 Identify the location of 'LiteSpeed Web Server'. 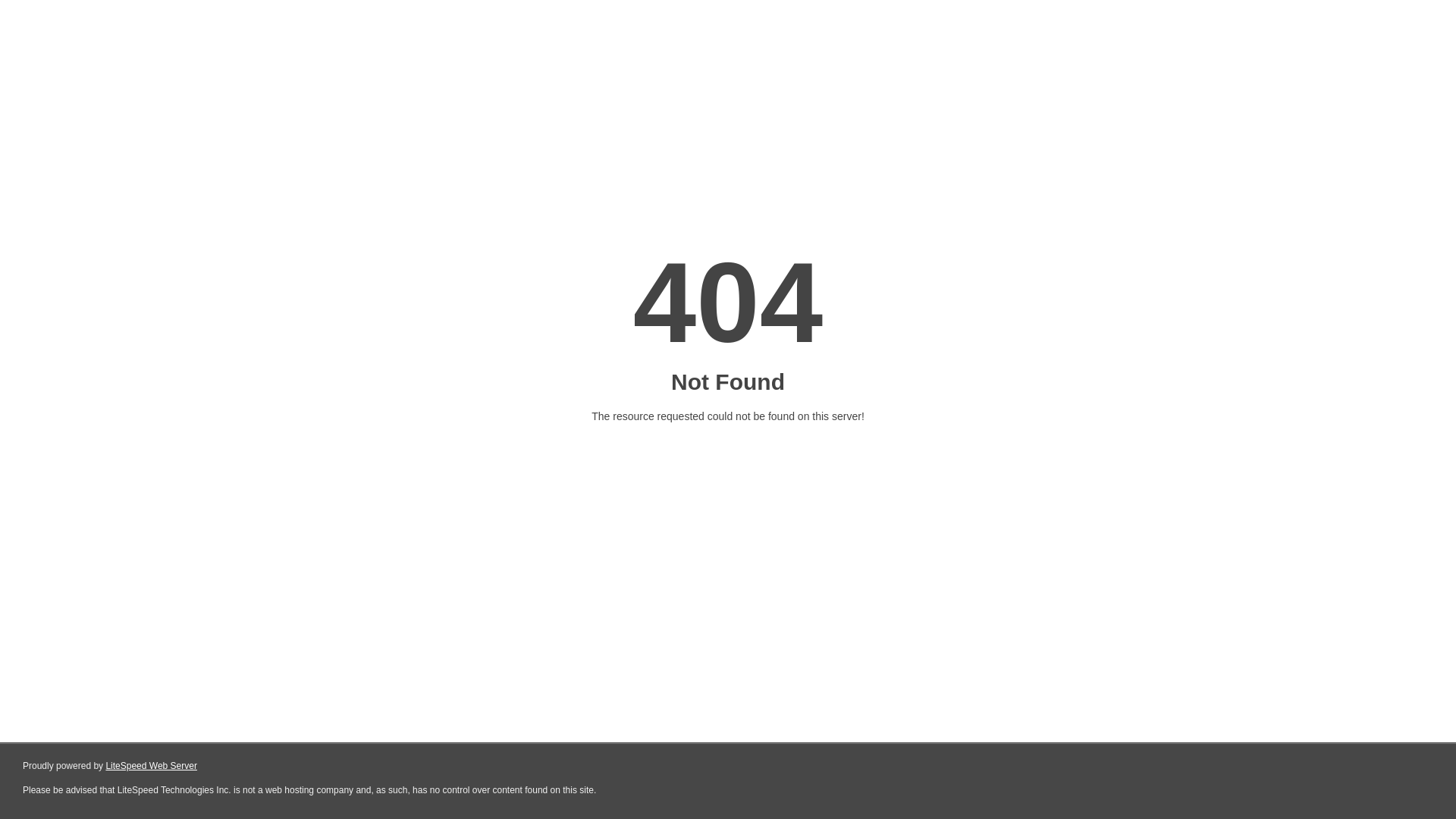
(151, 766).